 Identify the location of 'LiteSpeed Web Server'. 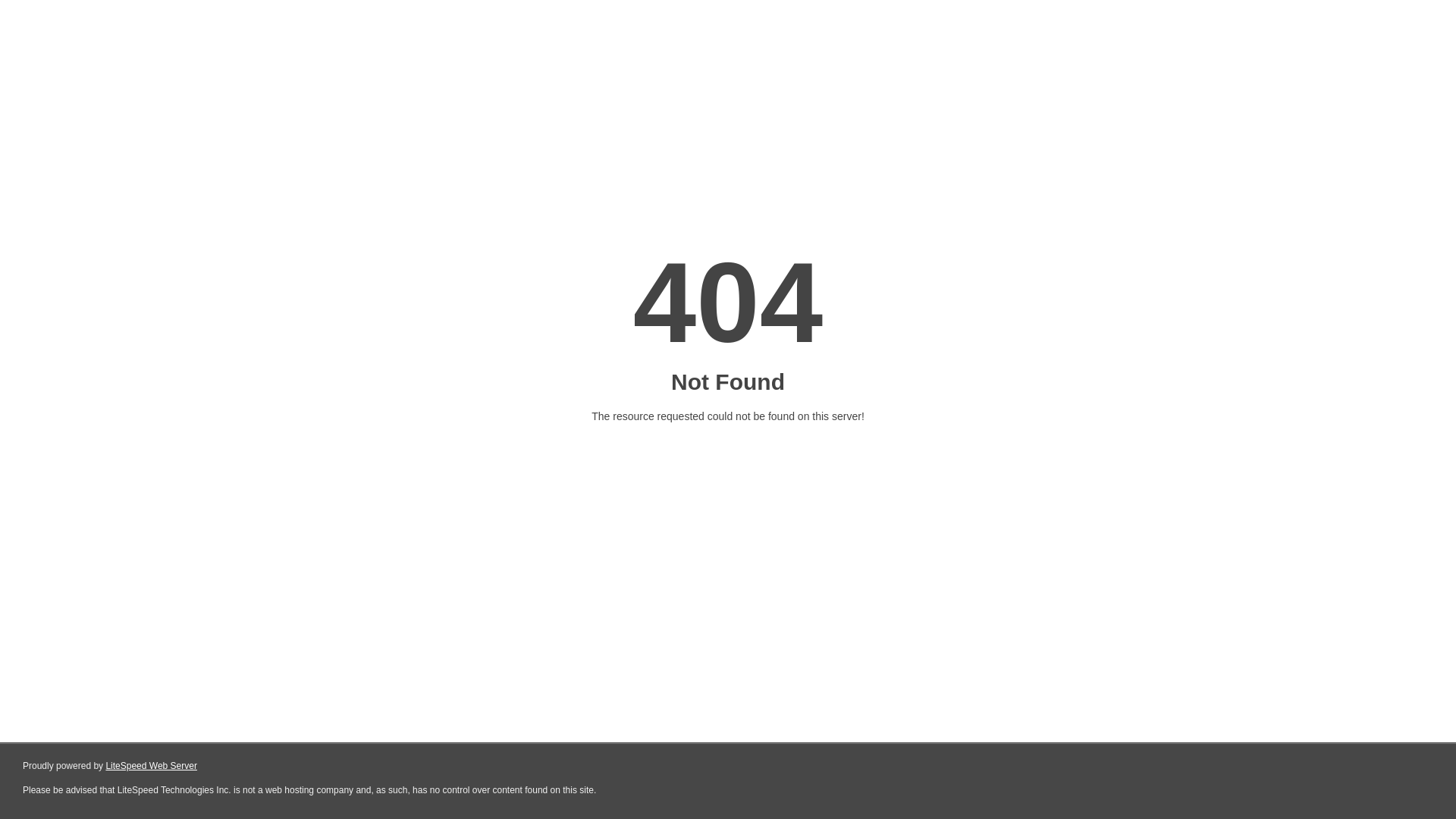
(151, 766).